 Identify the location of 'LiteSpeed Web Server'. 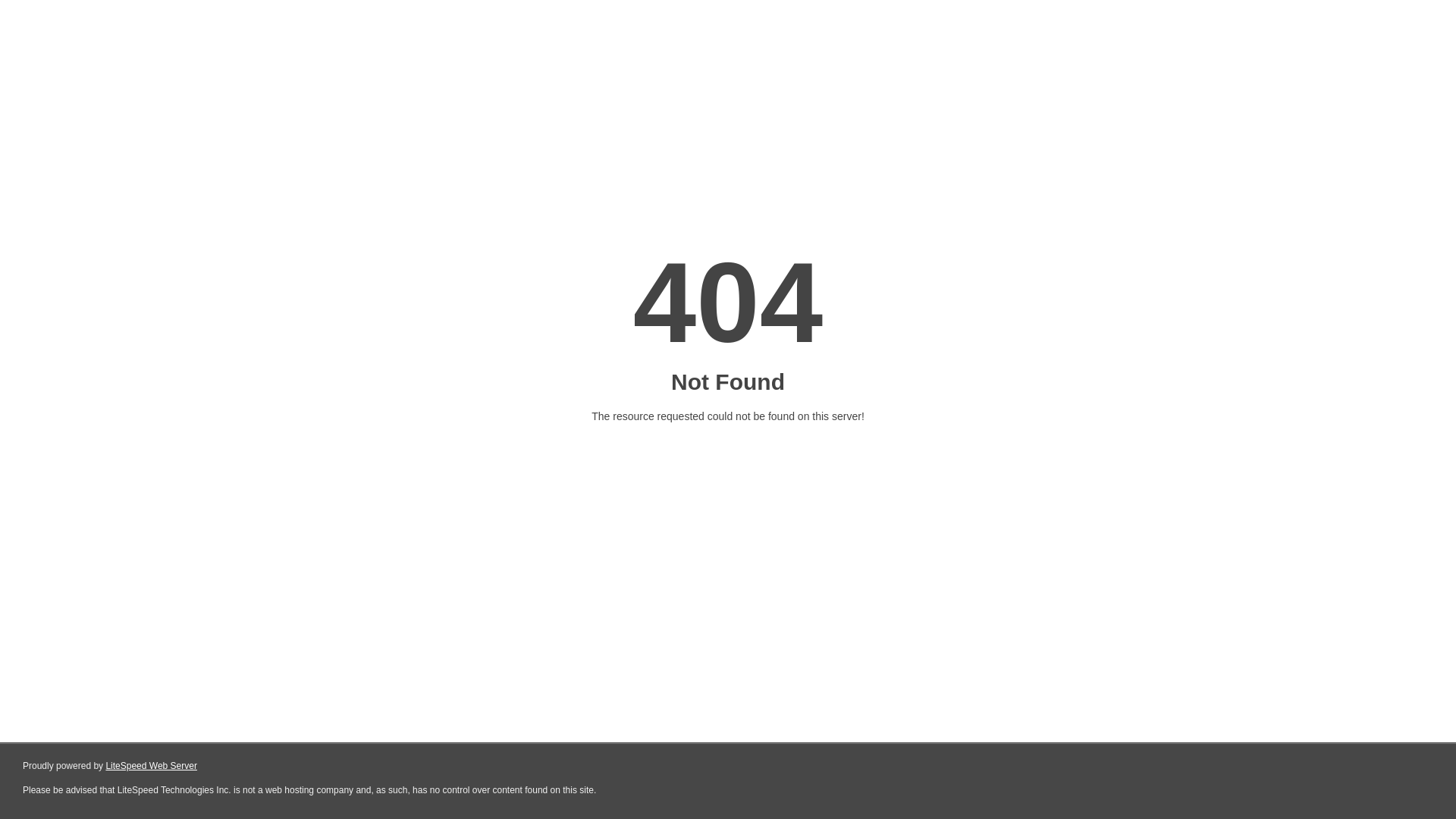
(151, 766).